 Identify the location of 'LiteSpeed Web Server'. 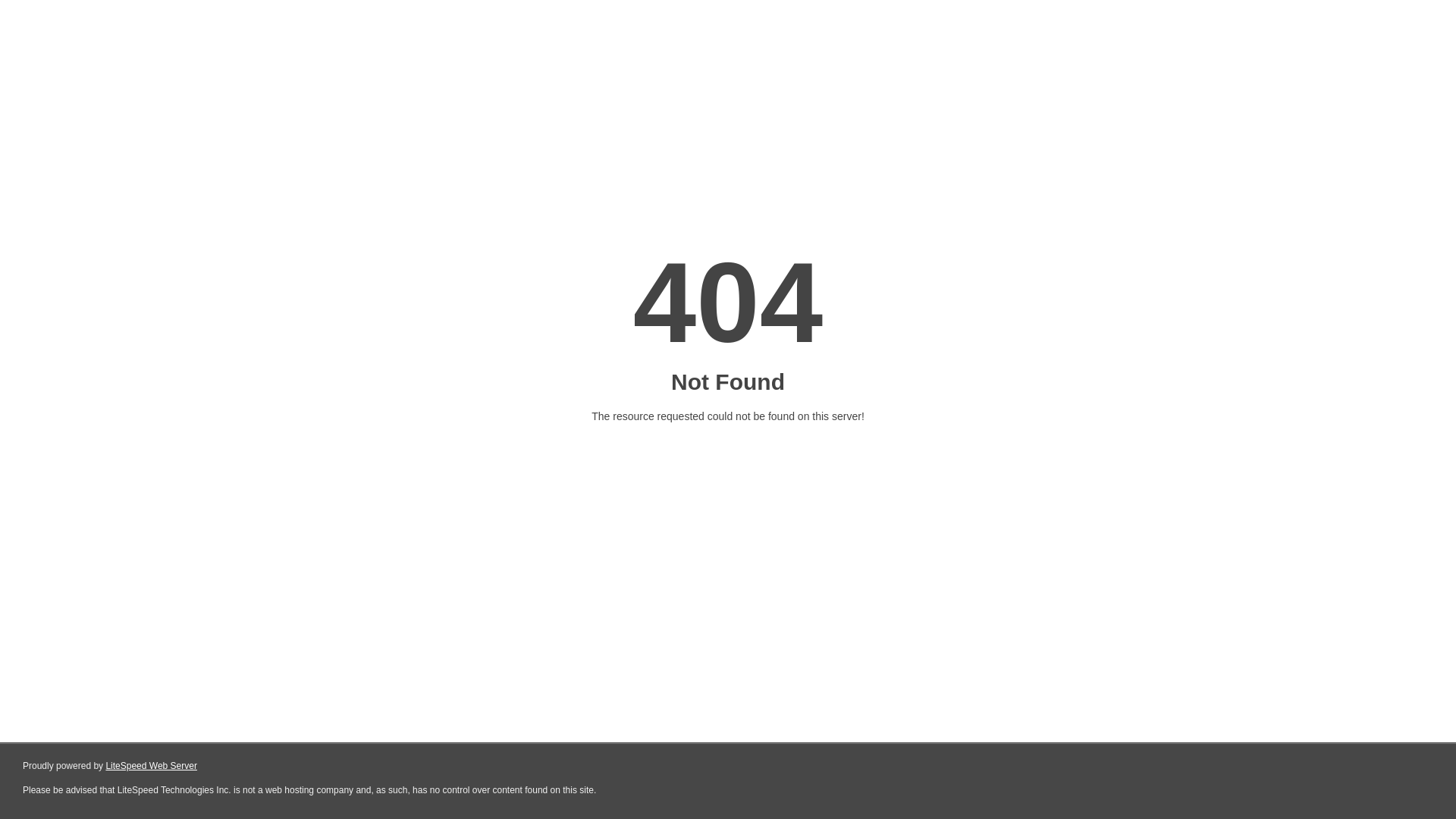
(151, 766).